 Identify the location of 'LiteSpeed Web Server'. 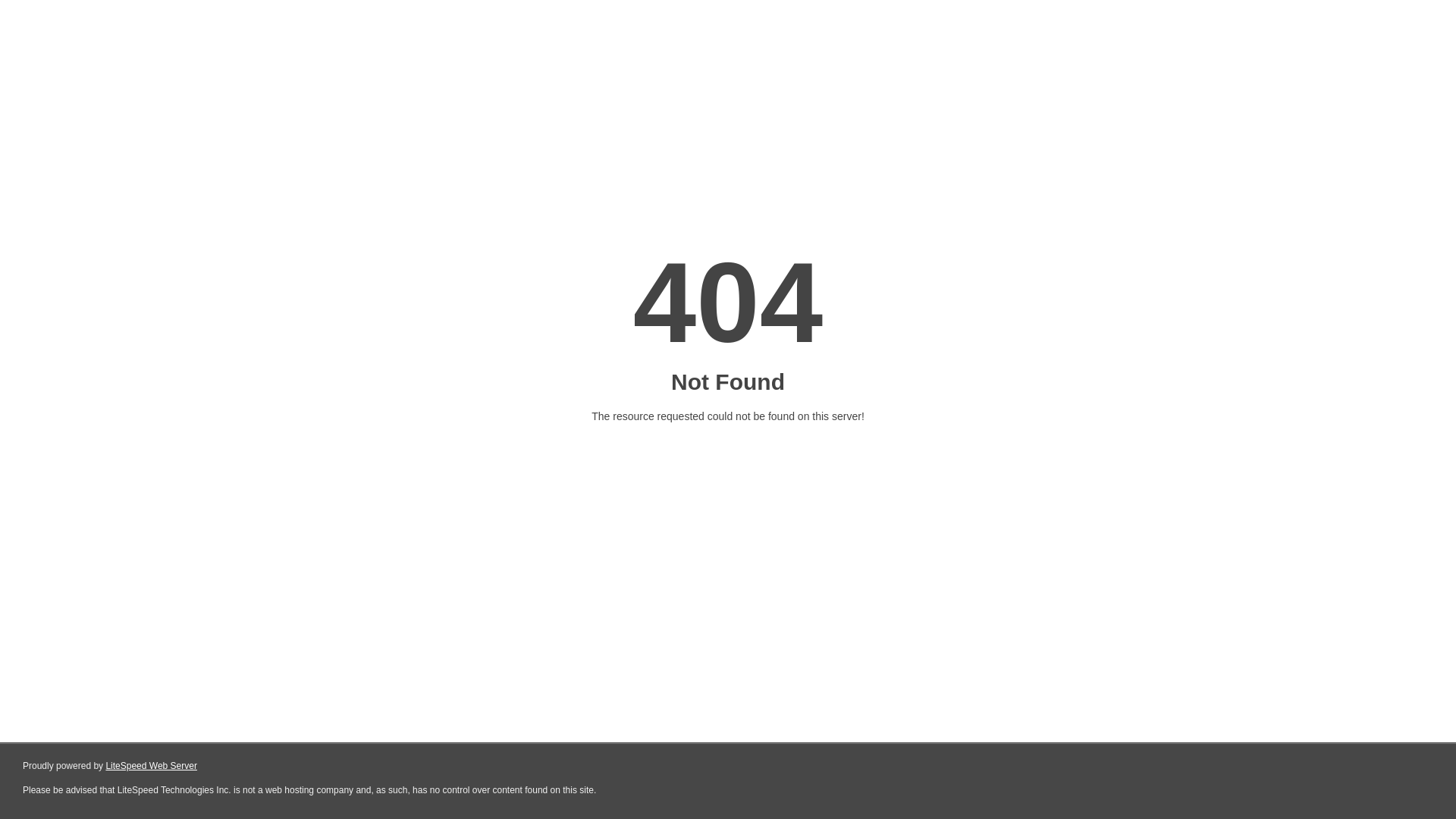
(151, 766).